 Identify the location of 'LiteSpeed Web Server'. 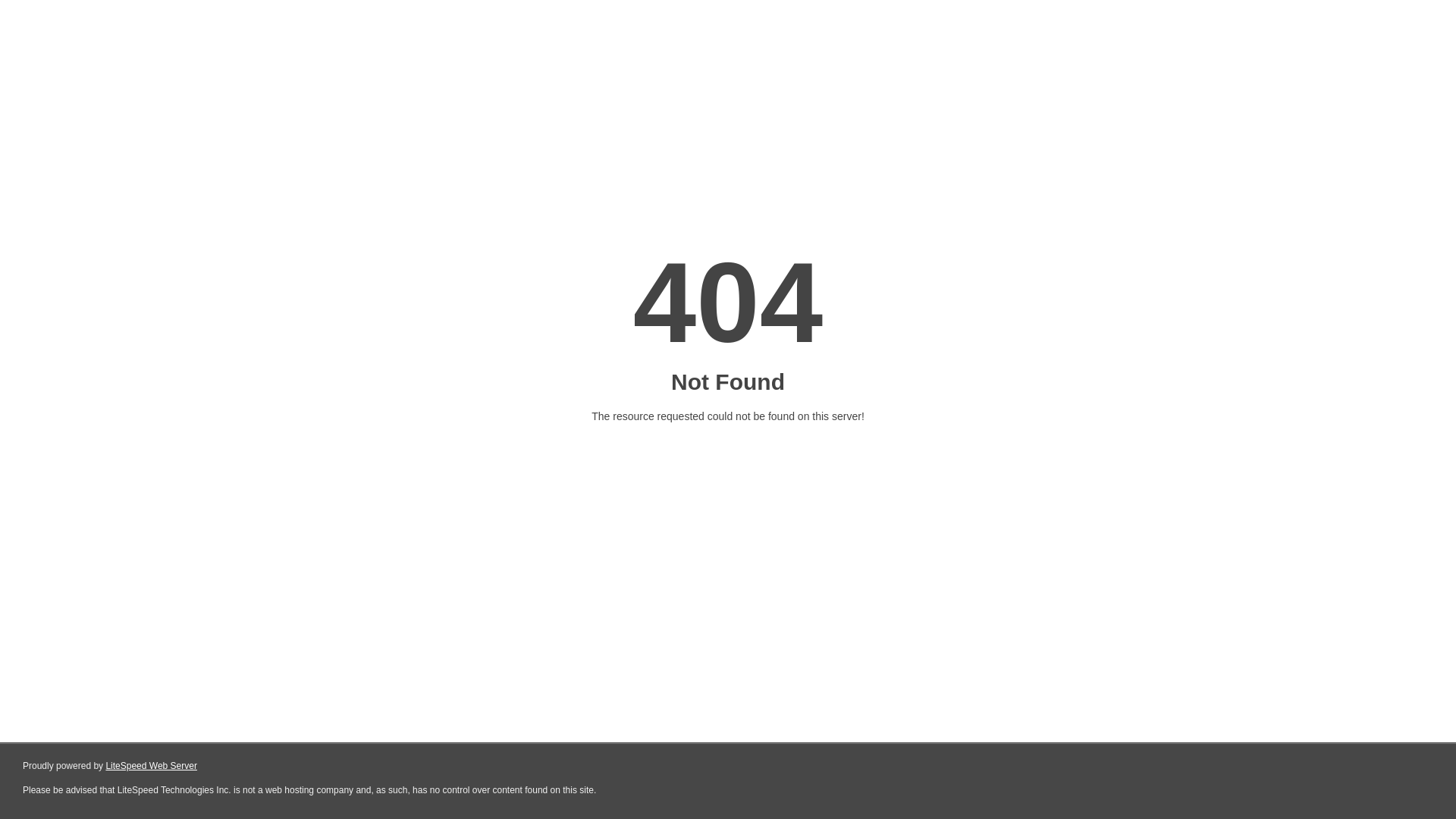
(151, 766).